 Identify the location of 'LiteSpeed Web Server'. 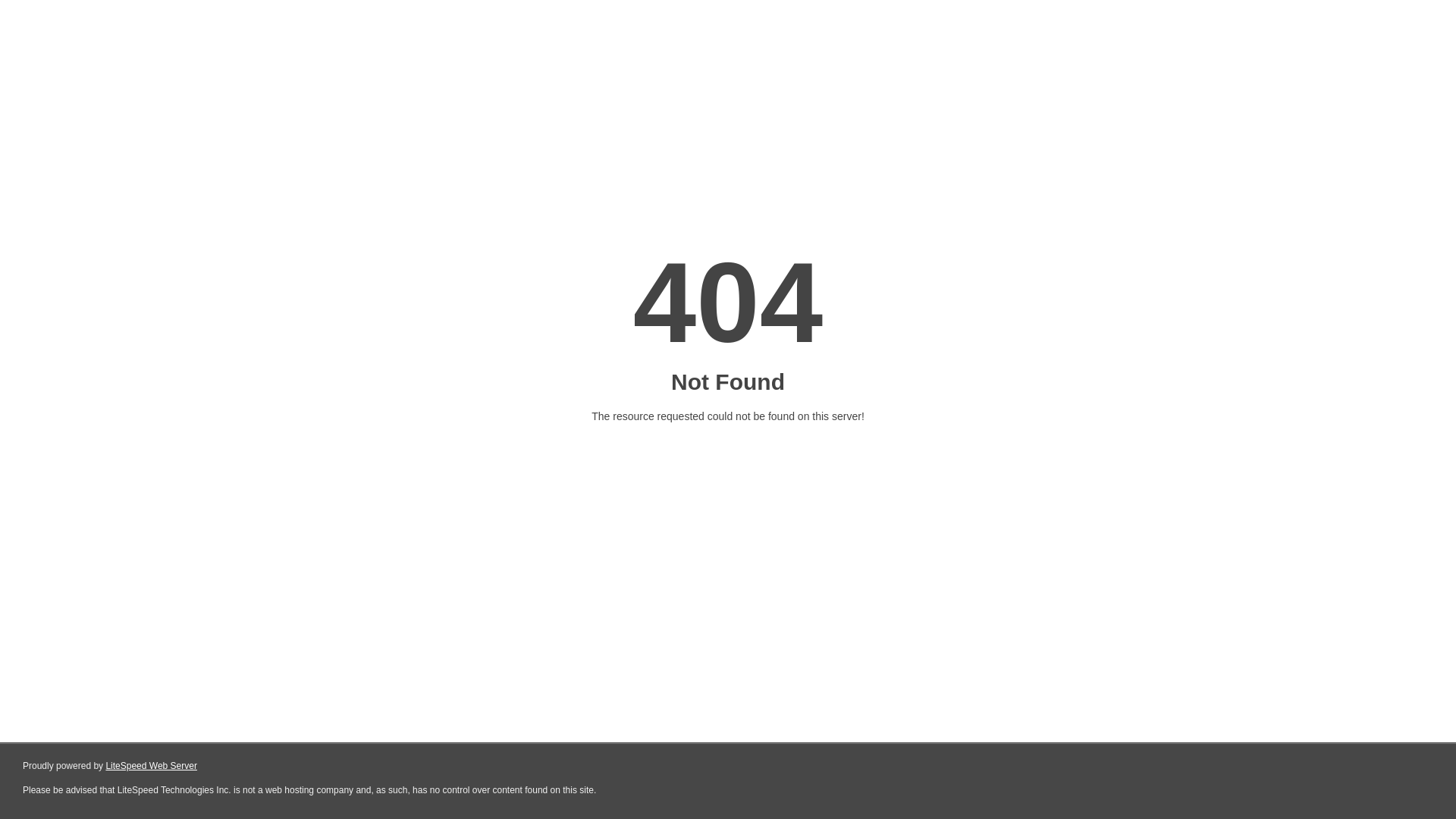
(151, 766).